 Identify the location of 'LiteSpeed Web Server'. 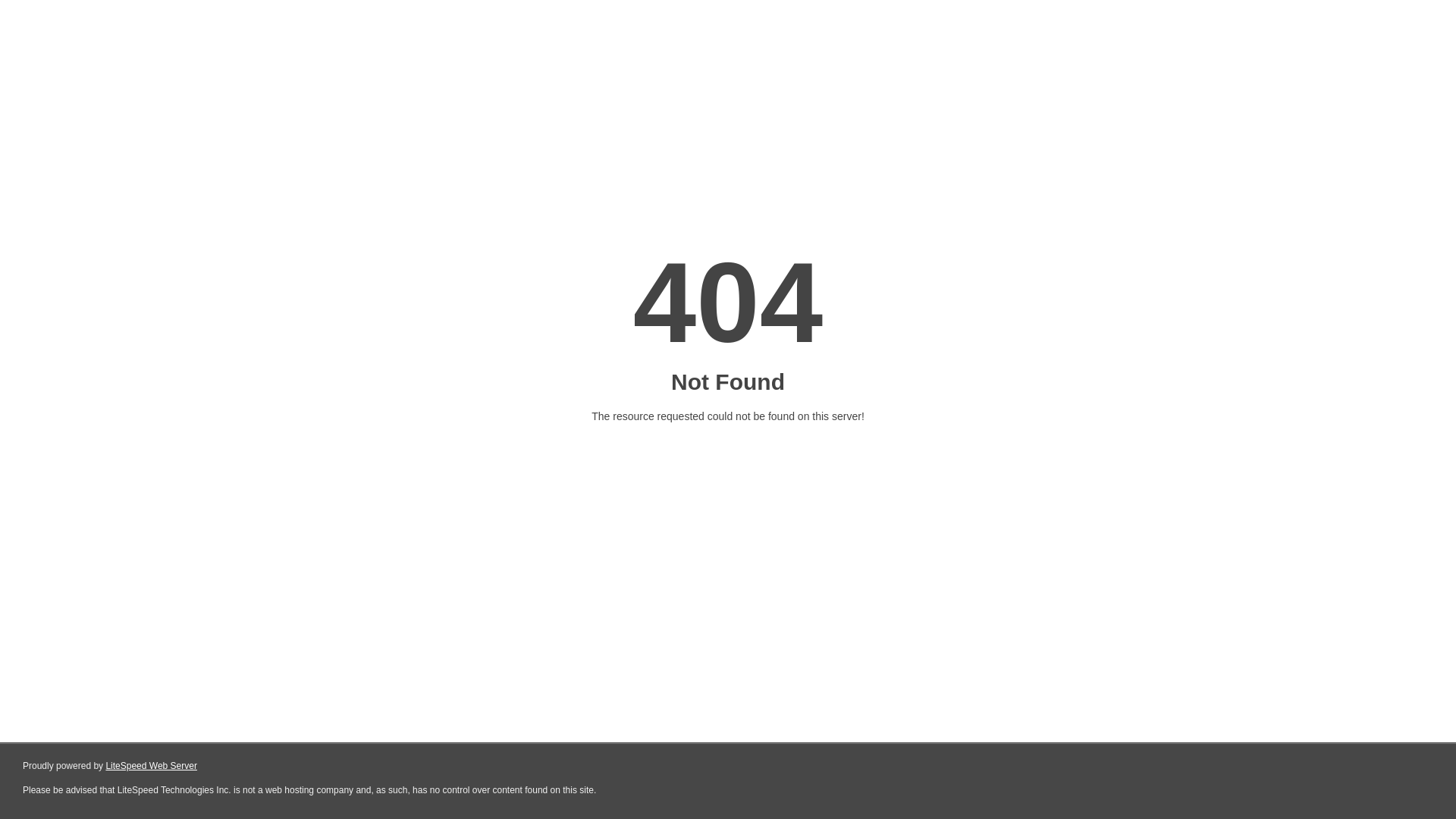
(151, 766).